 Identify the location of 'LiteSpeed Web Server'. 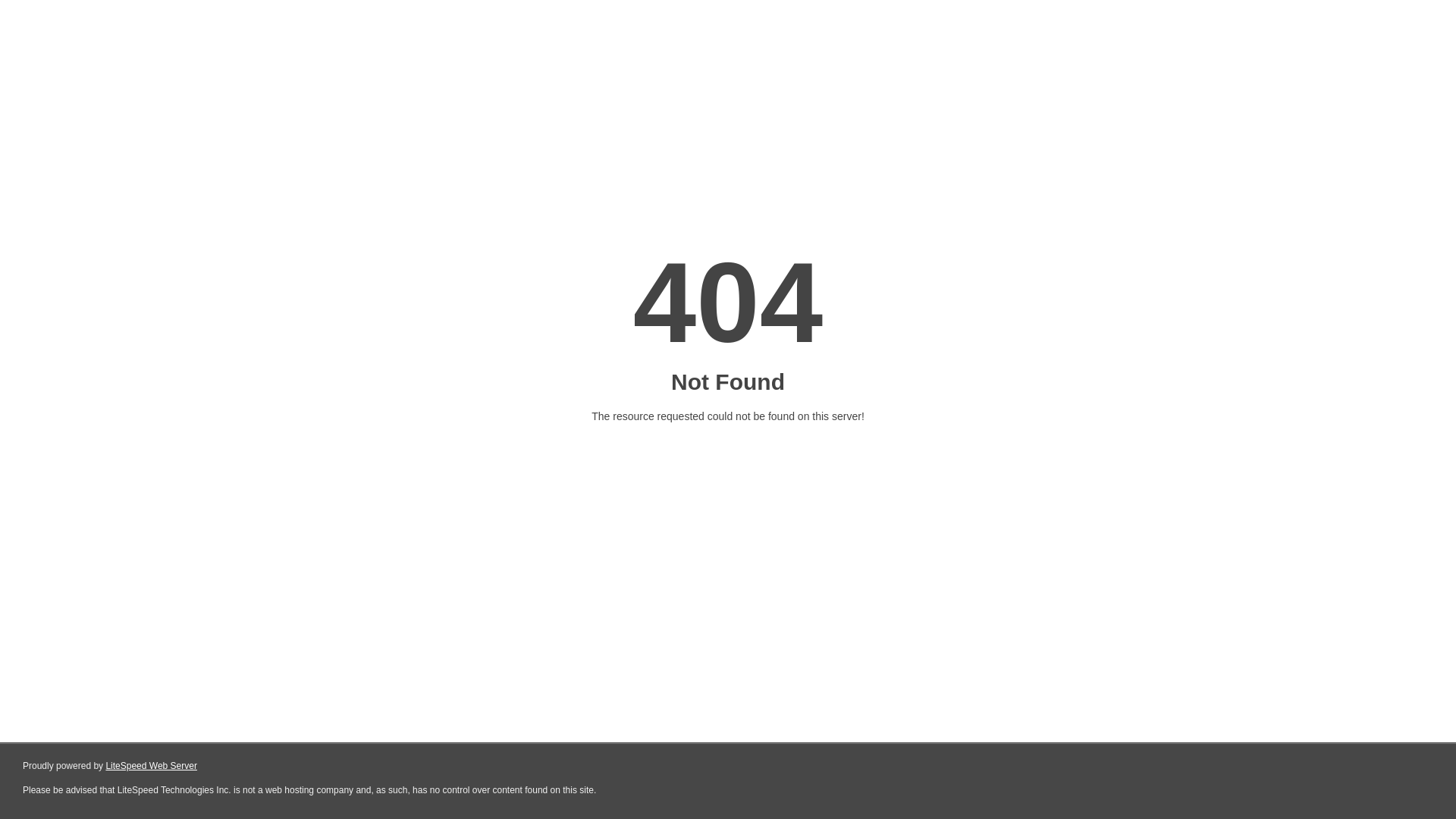
(151, 766).